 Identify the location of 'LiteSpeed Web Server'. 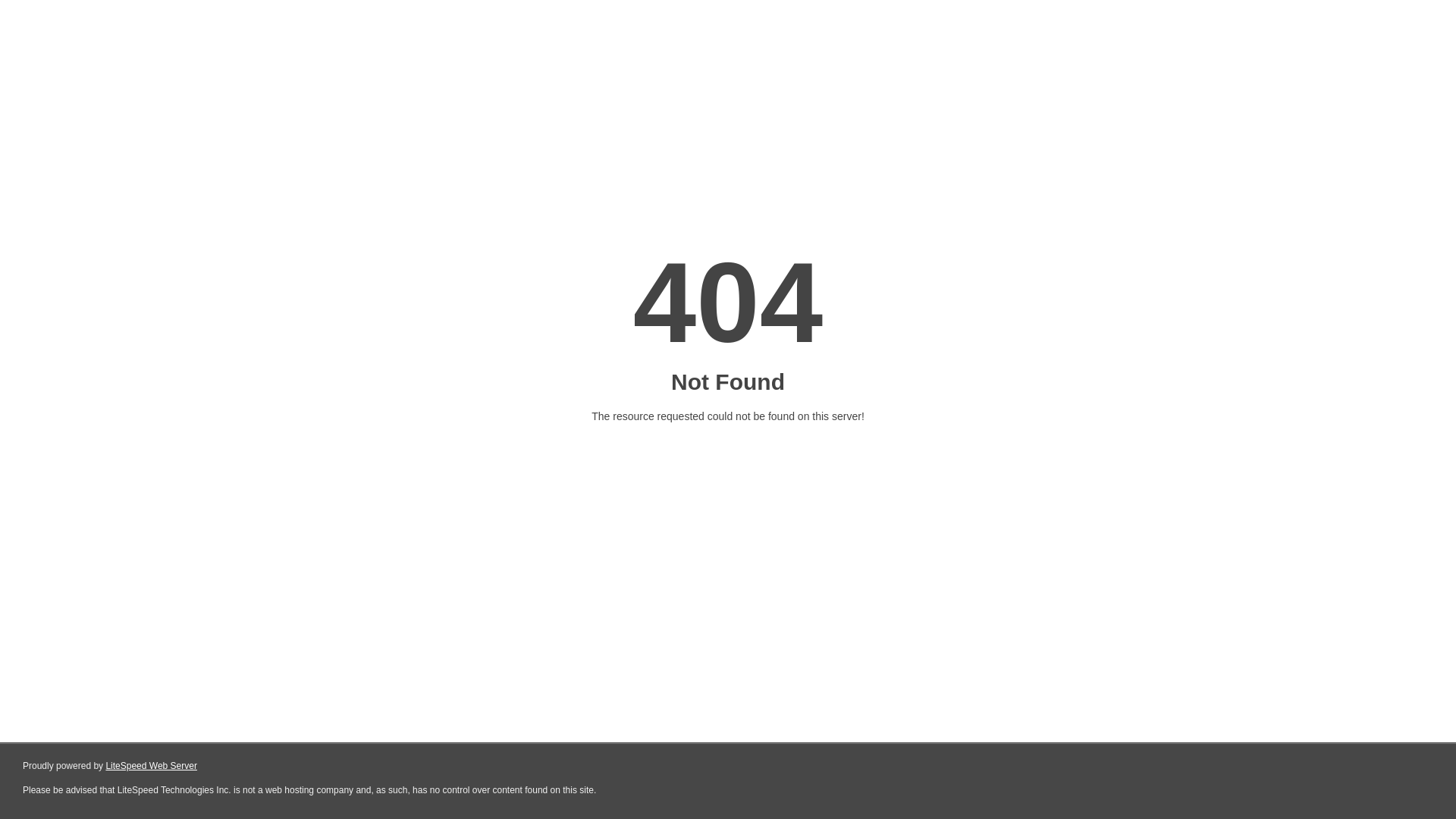
(151, 766).